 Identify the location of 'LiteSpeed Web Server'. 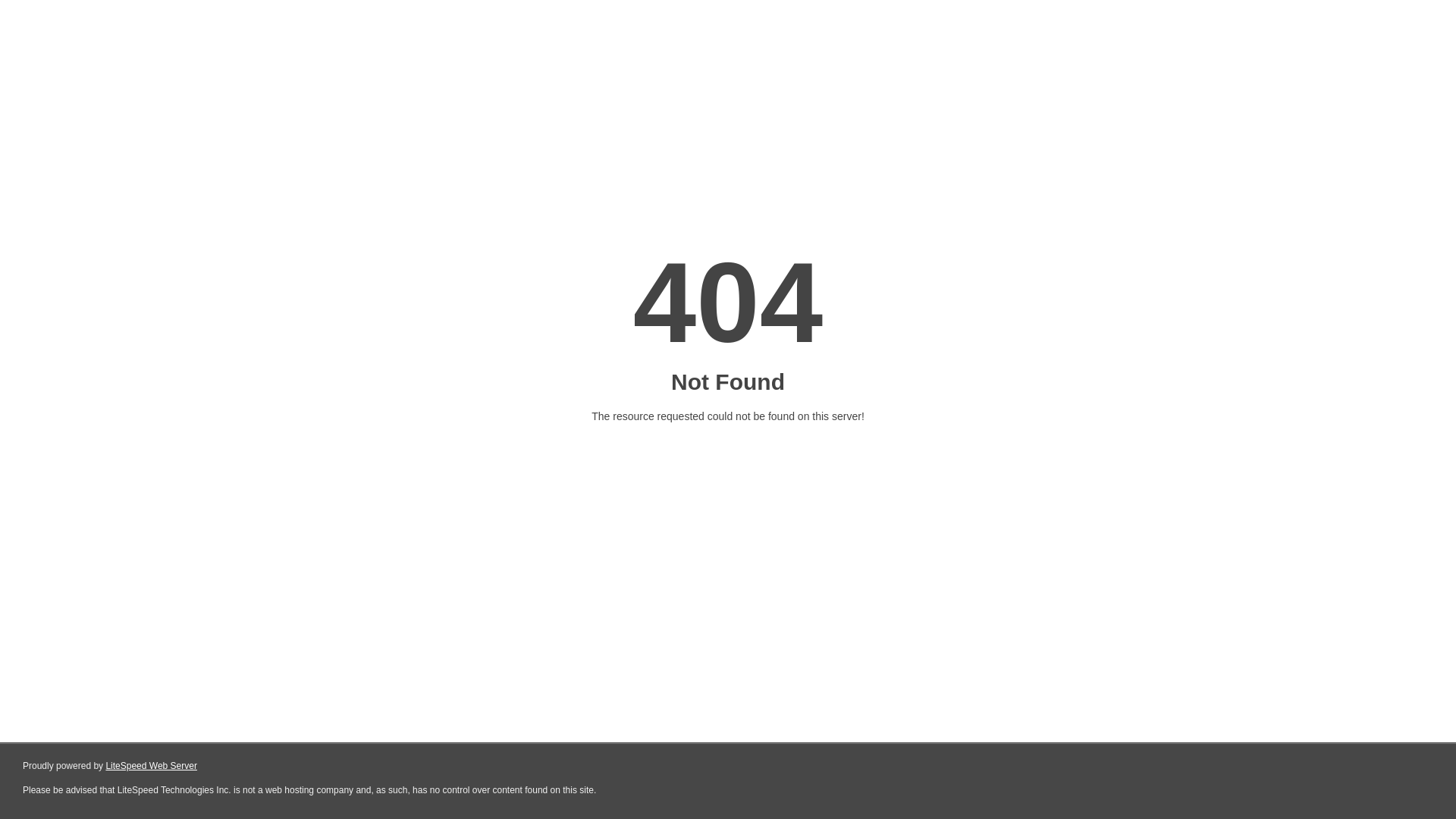
(151, 766).